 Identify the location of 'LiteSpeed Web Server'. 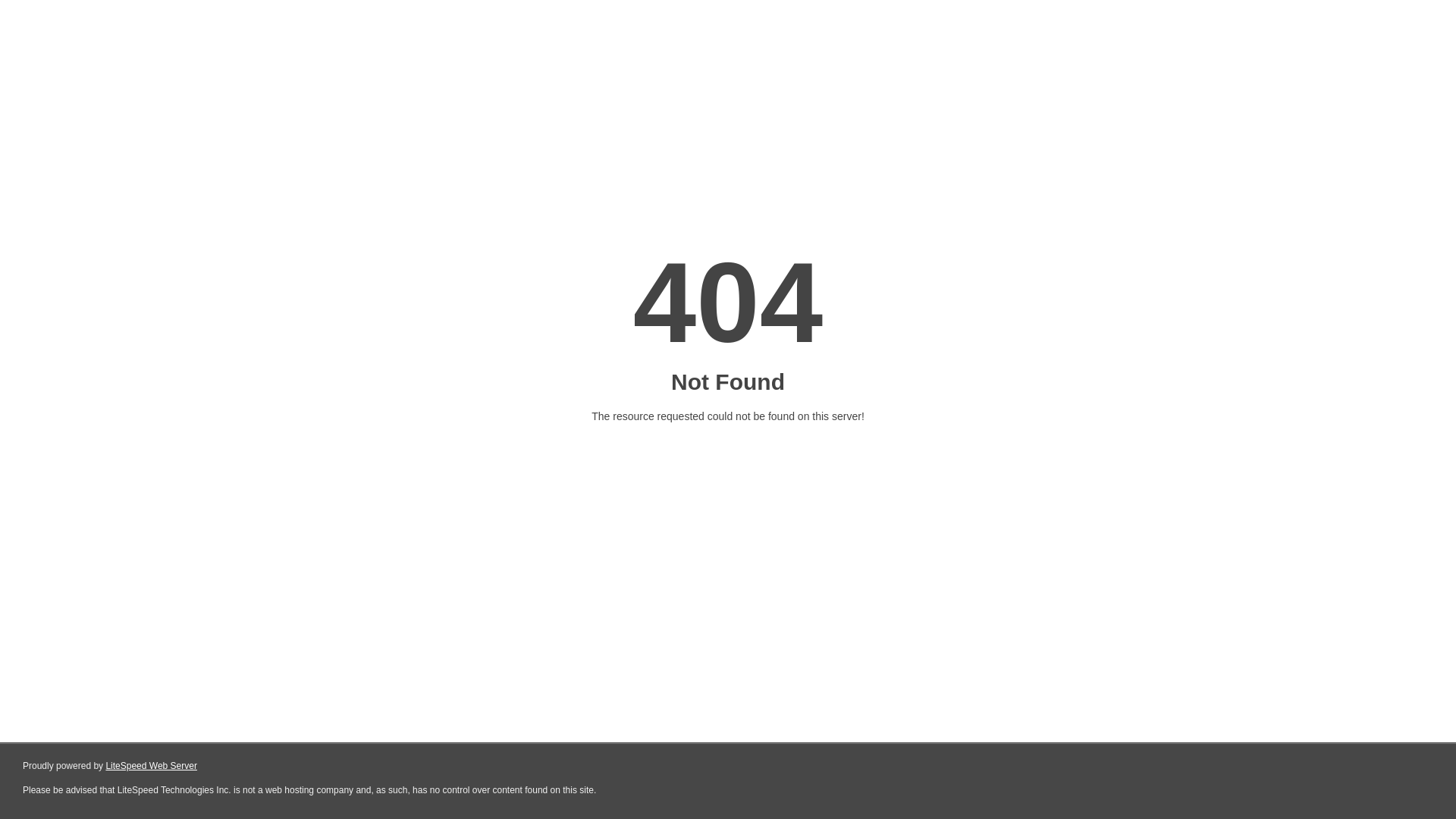
(151, 766).